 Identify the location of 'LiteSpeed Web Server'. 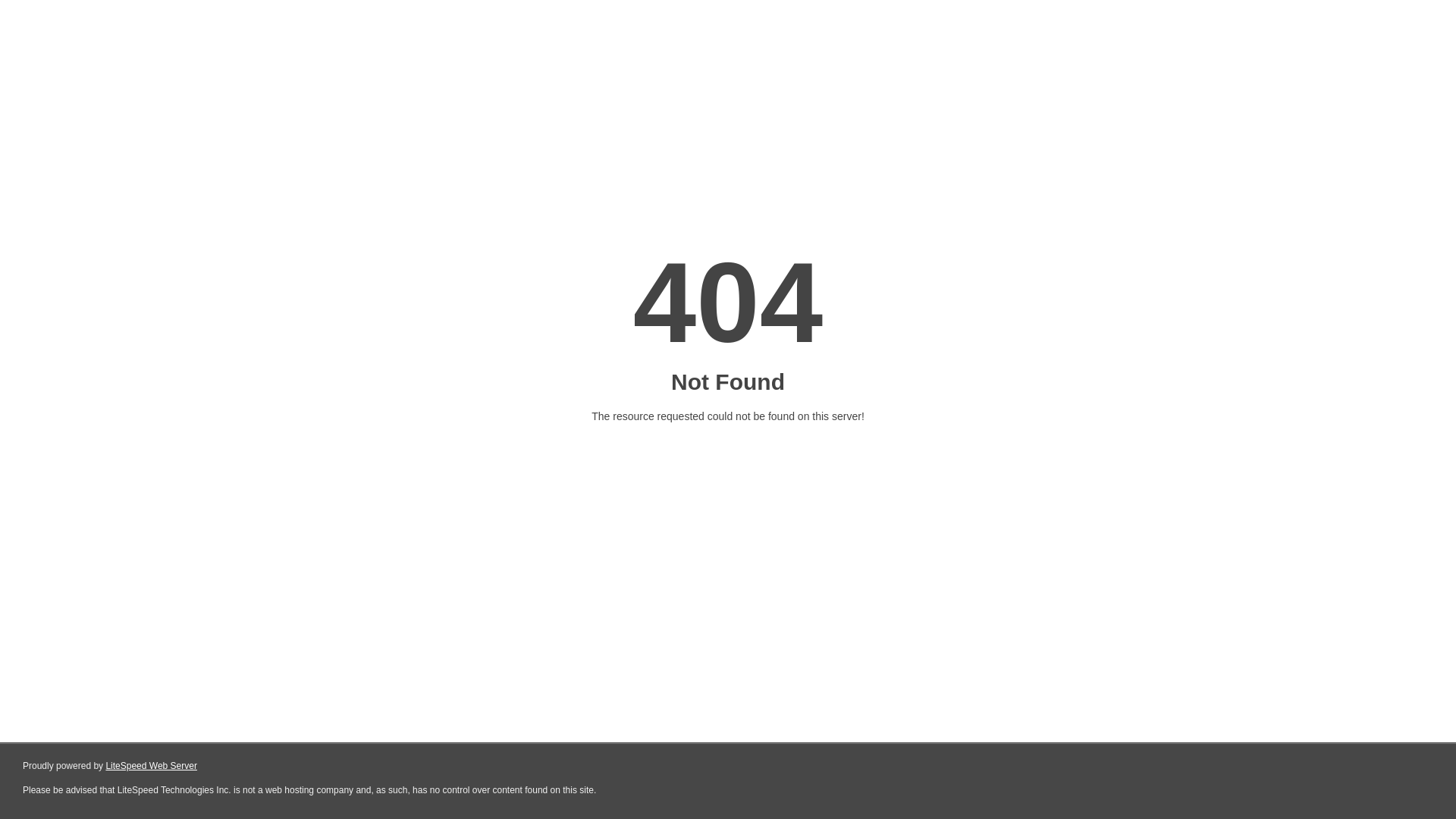
(151, 766).